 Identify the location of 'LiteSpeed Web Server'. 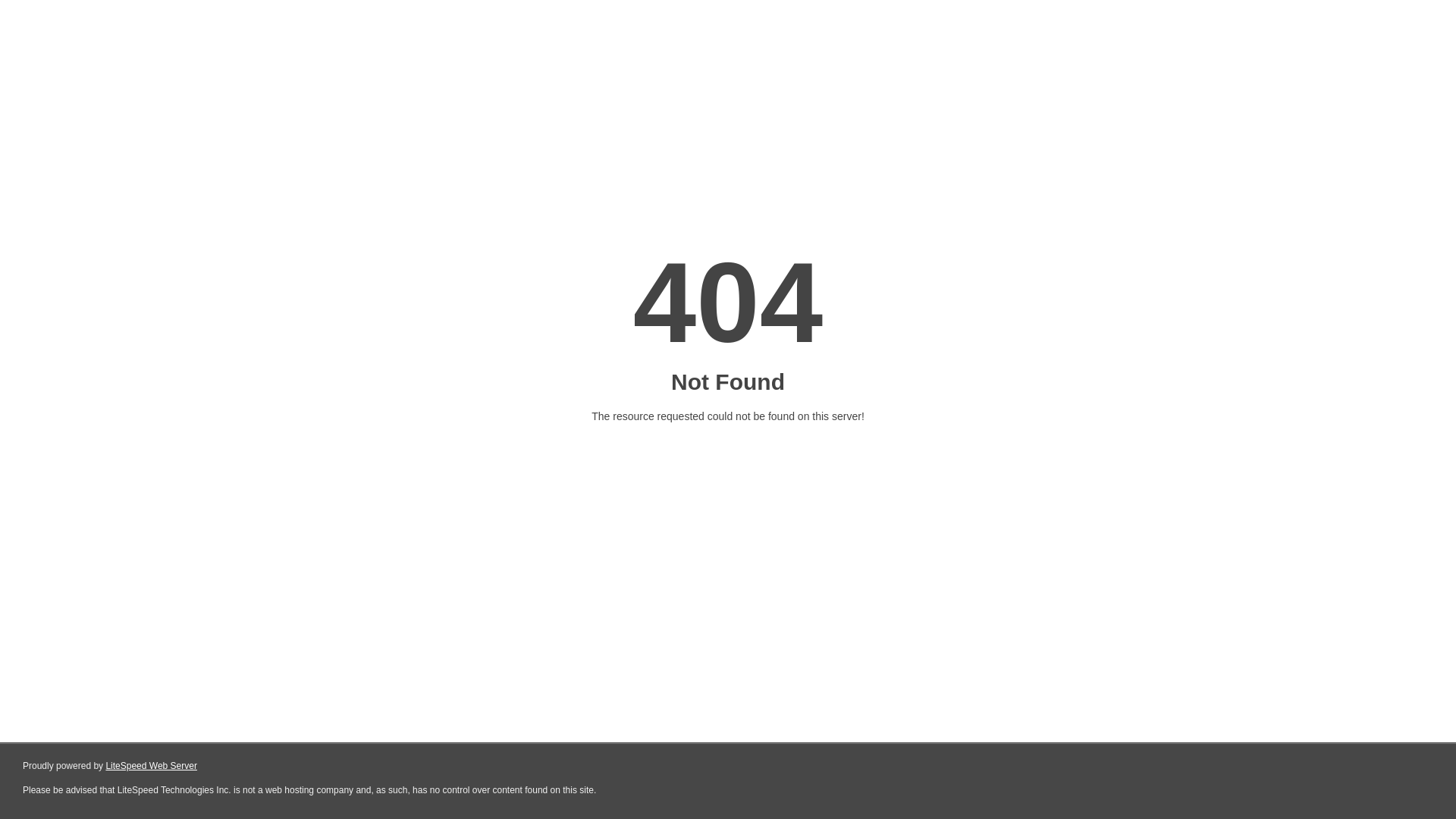
(151, 766).